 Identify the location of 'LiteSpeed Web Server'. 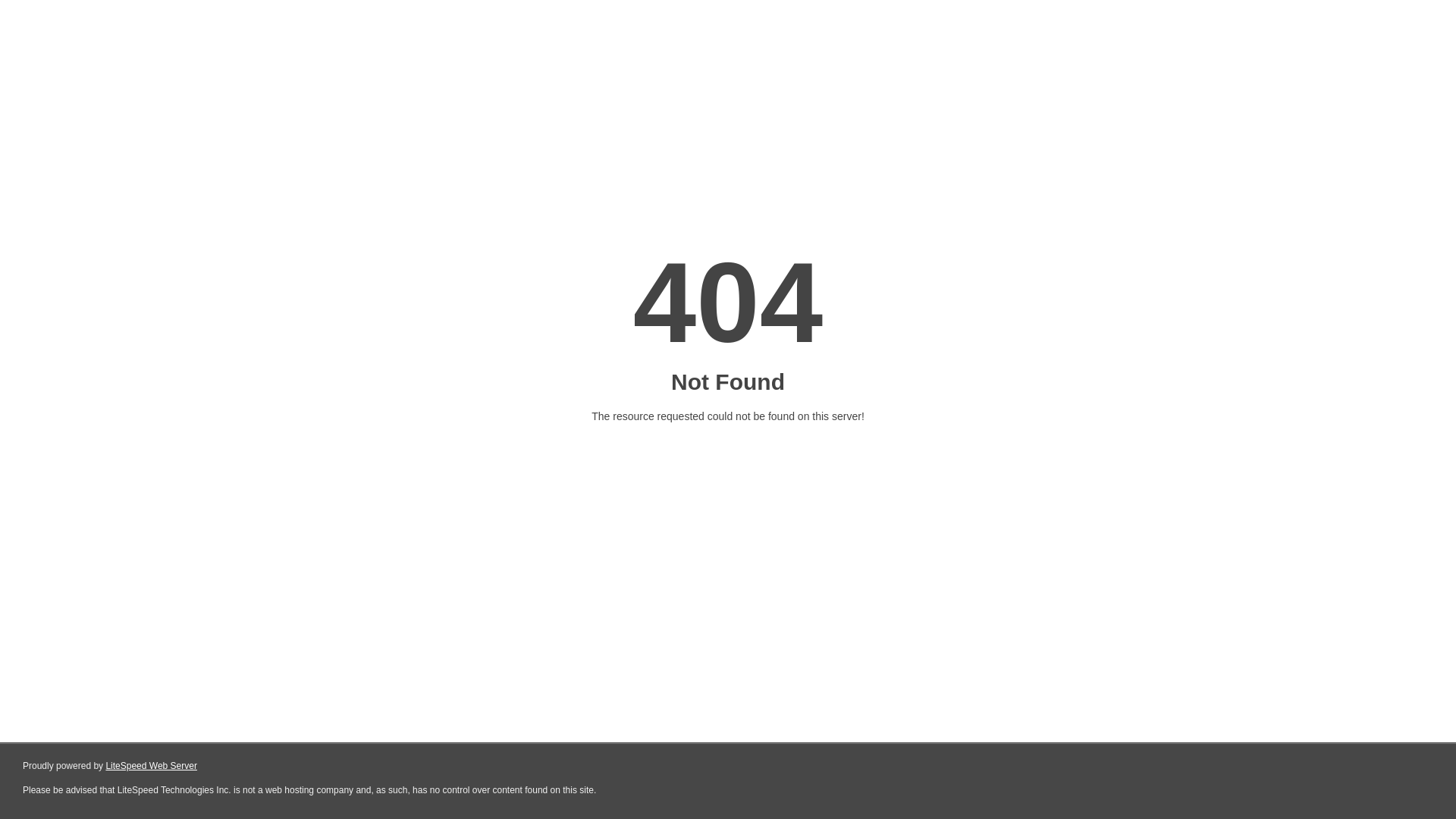
(151, 766).